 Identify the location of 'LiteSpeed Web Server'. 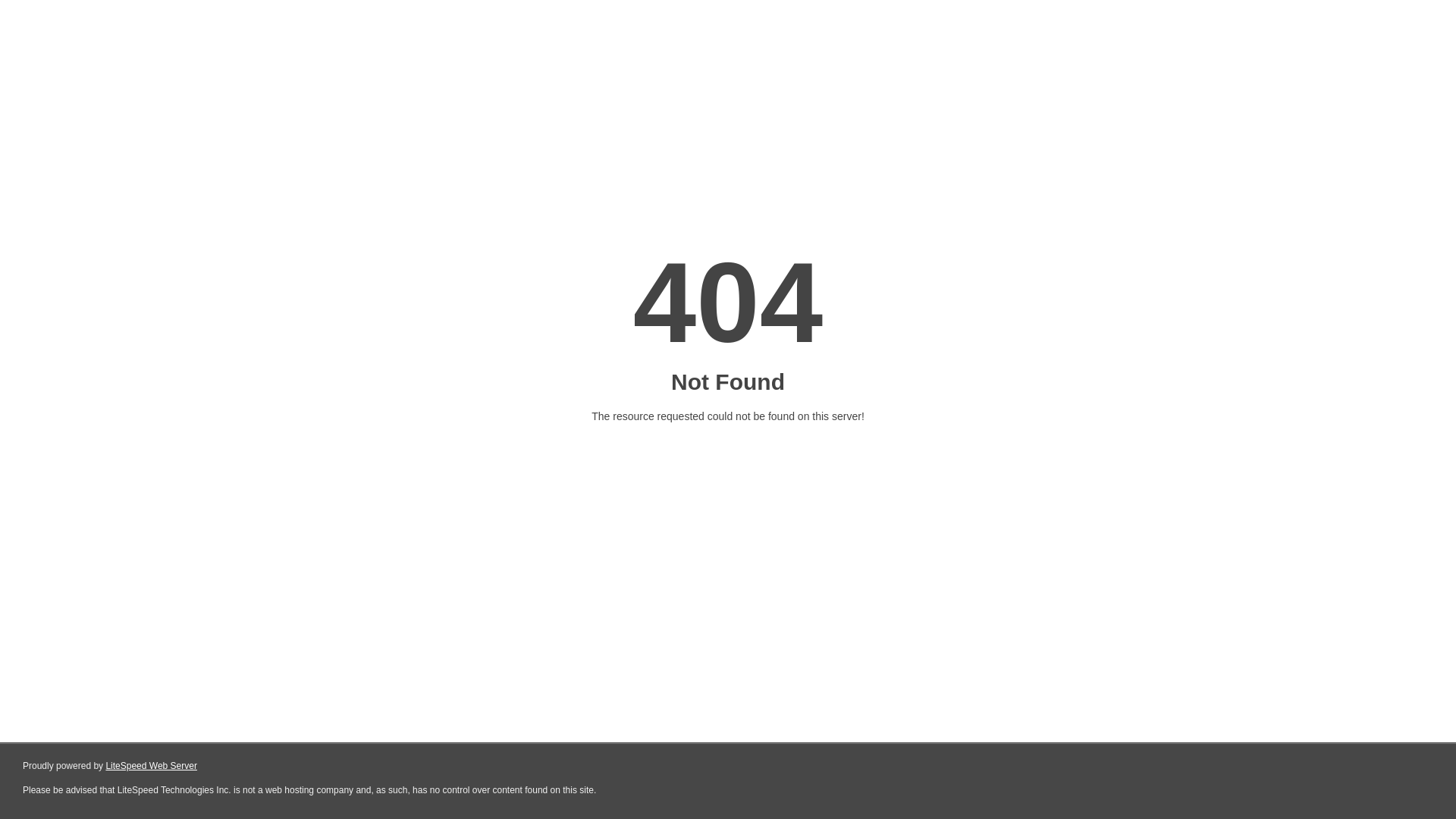
(151, 766).